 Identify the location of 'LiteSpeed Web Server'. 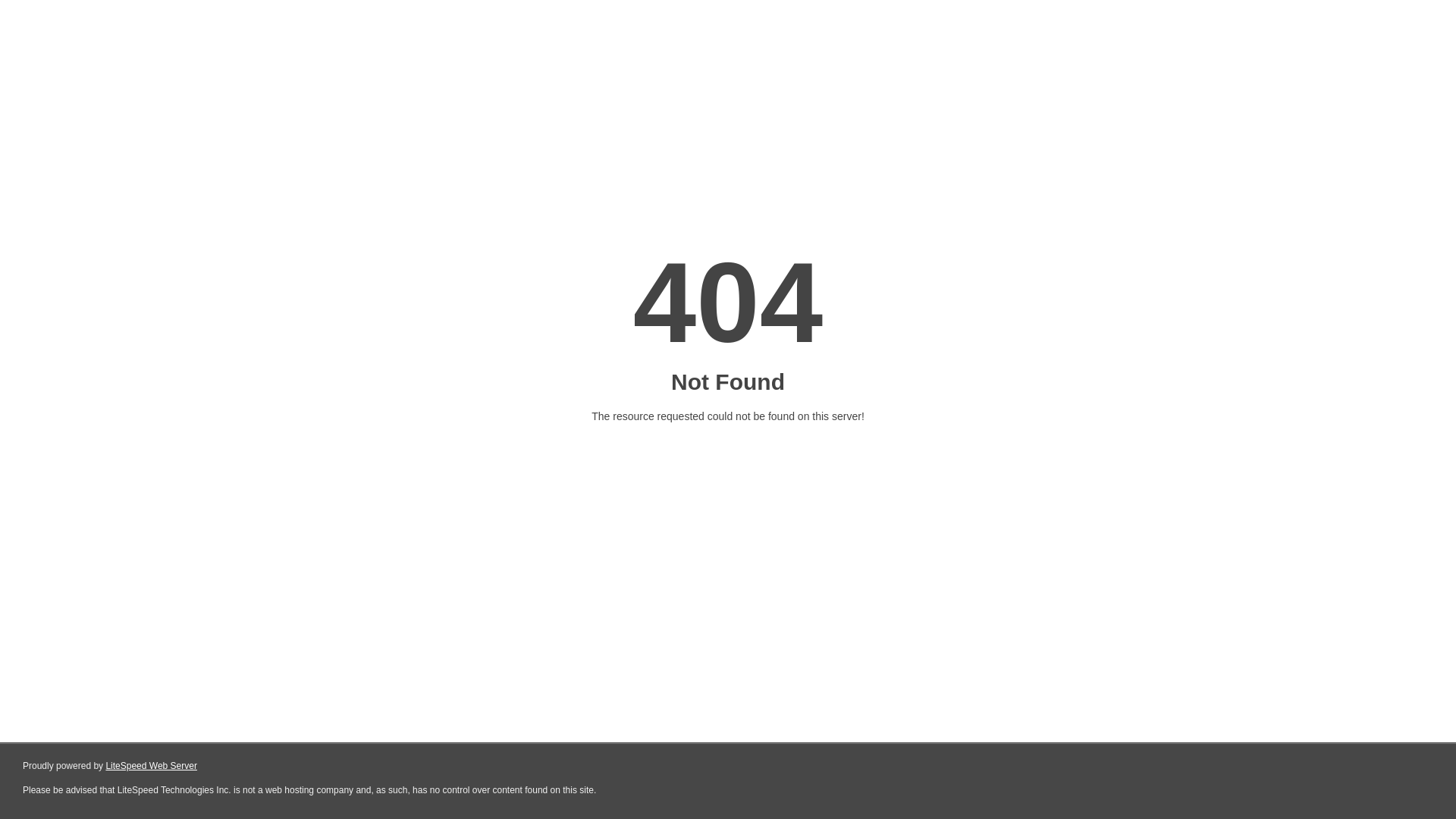
(151, 766).